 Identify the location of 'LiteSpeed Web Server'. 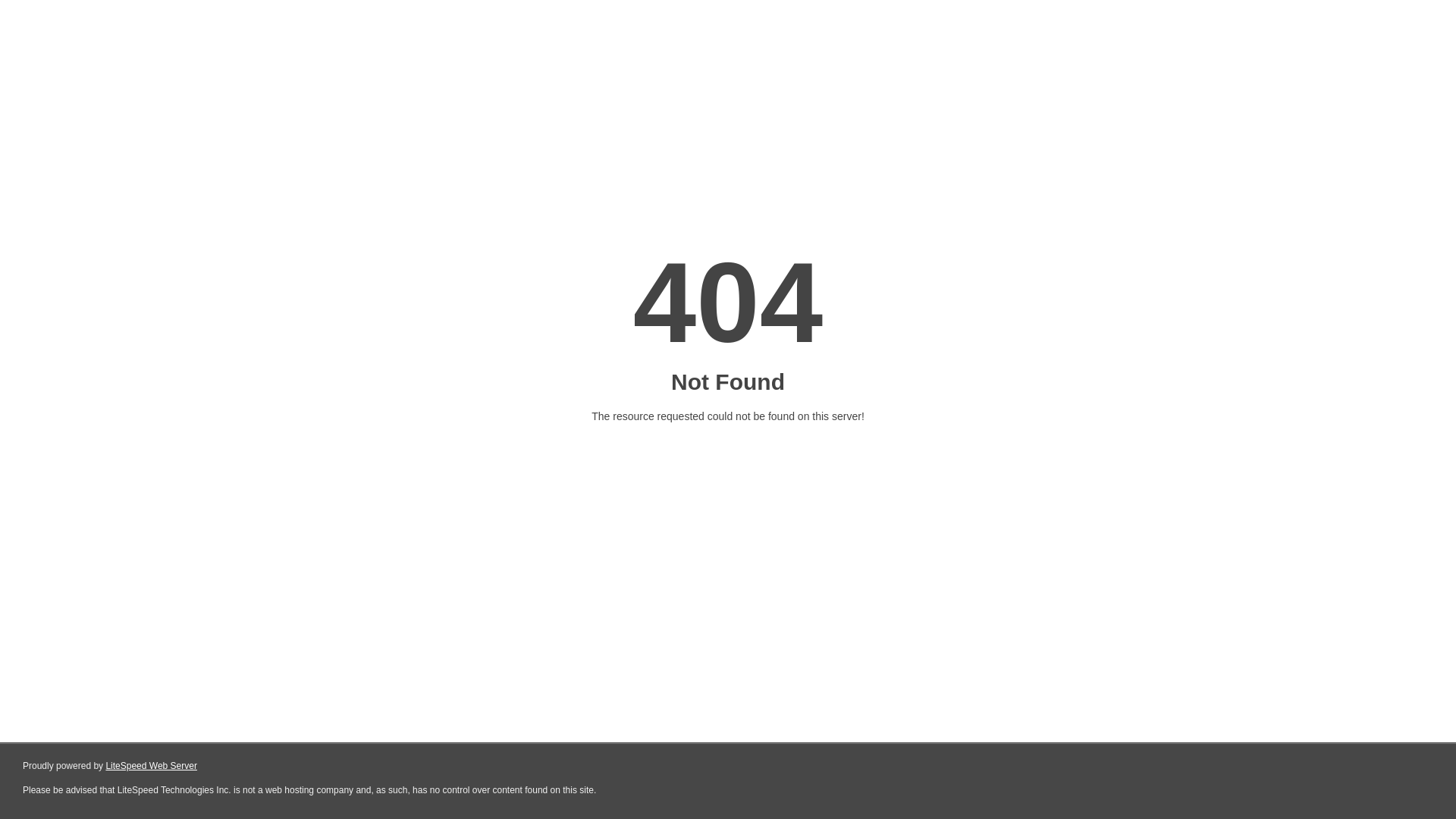
(151, 766).